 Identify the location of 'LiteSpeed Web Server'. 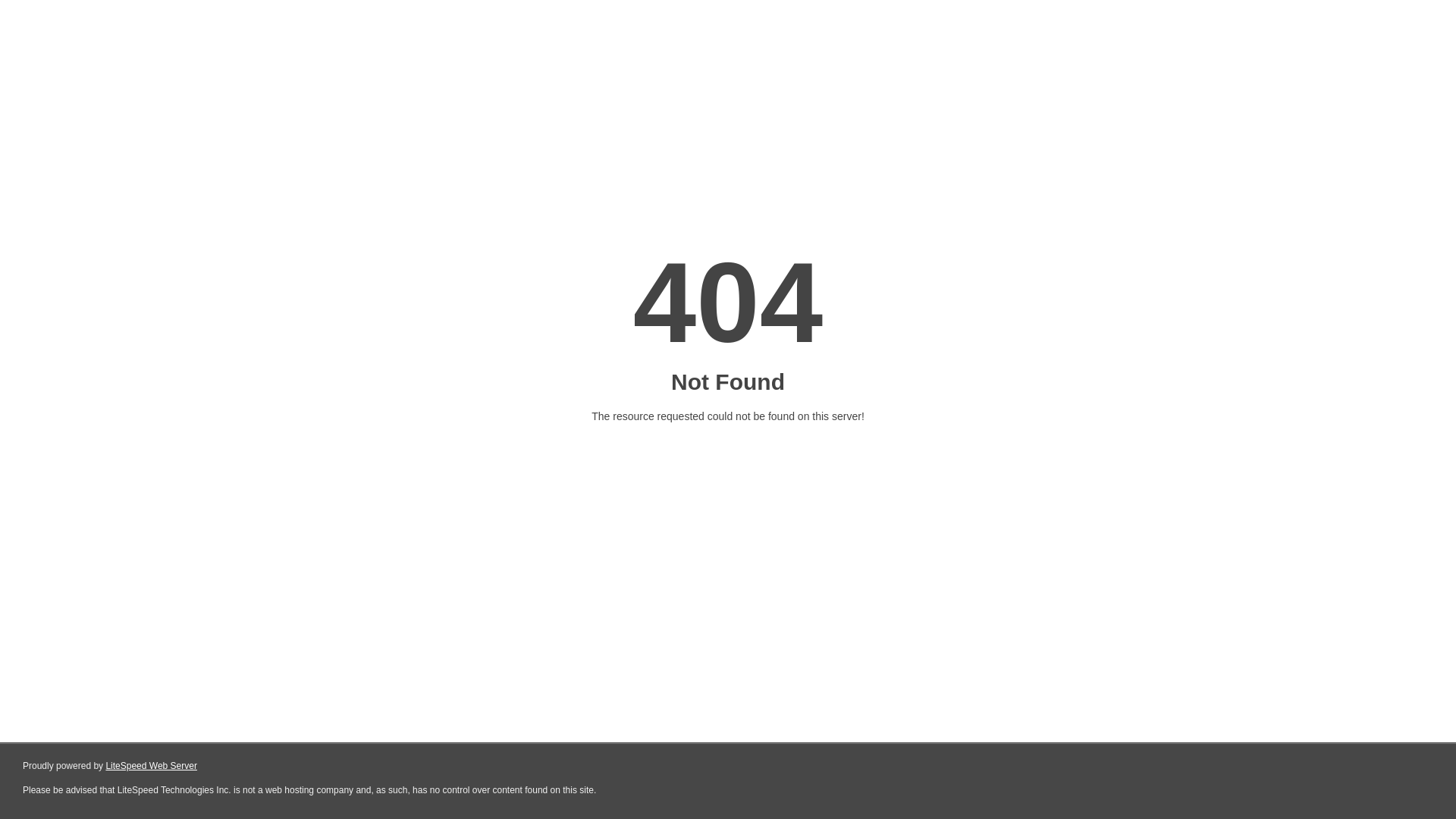
(151, 766).